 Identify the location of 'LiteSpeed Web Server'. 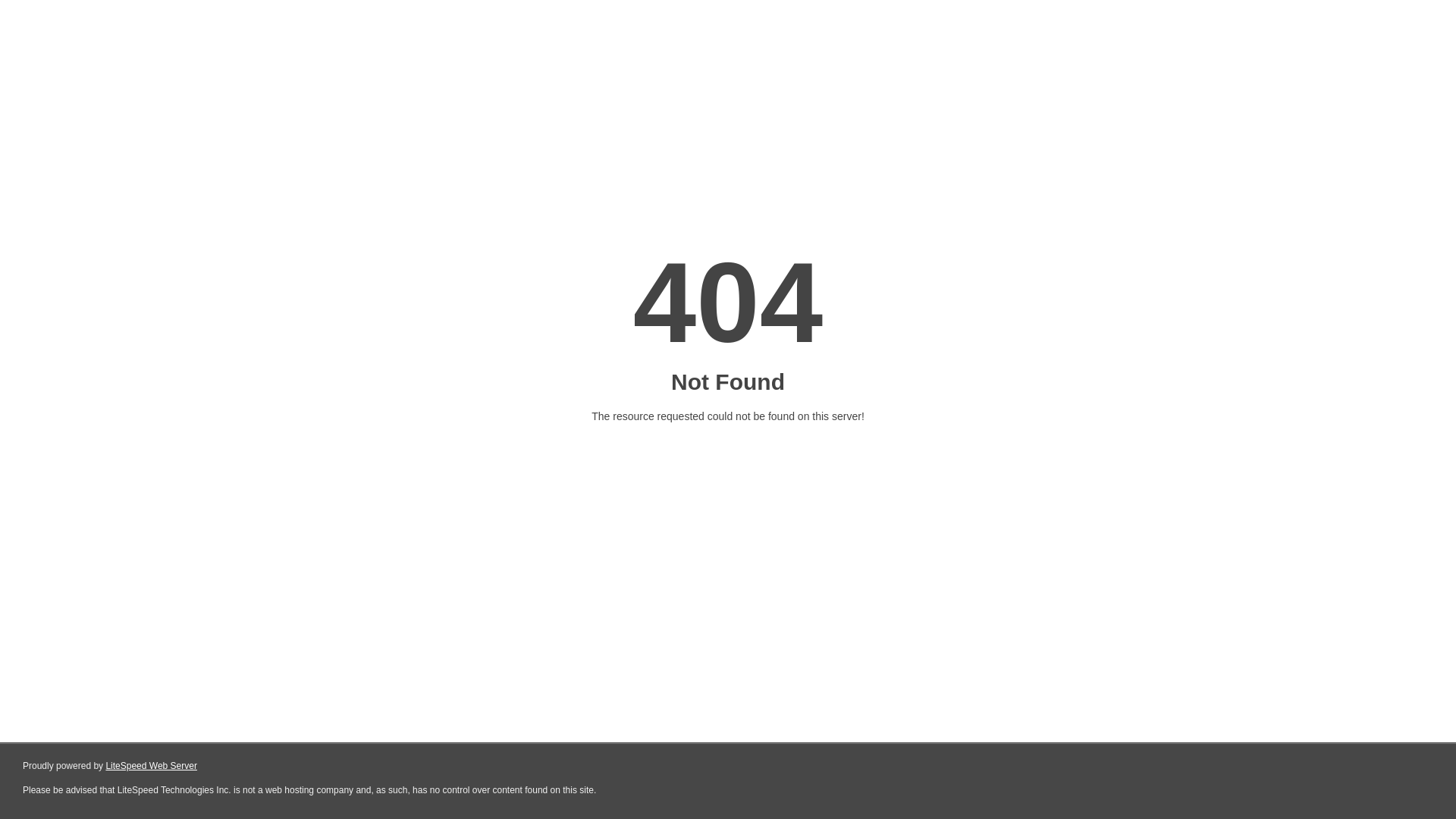
(151, 766).